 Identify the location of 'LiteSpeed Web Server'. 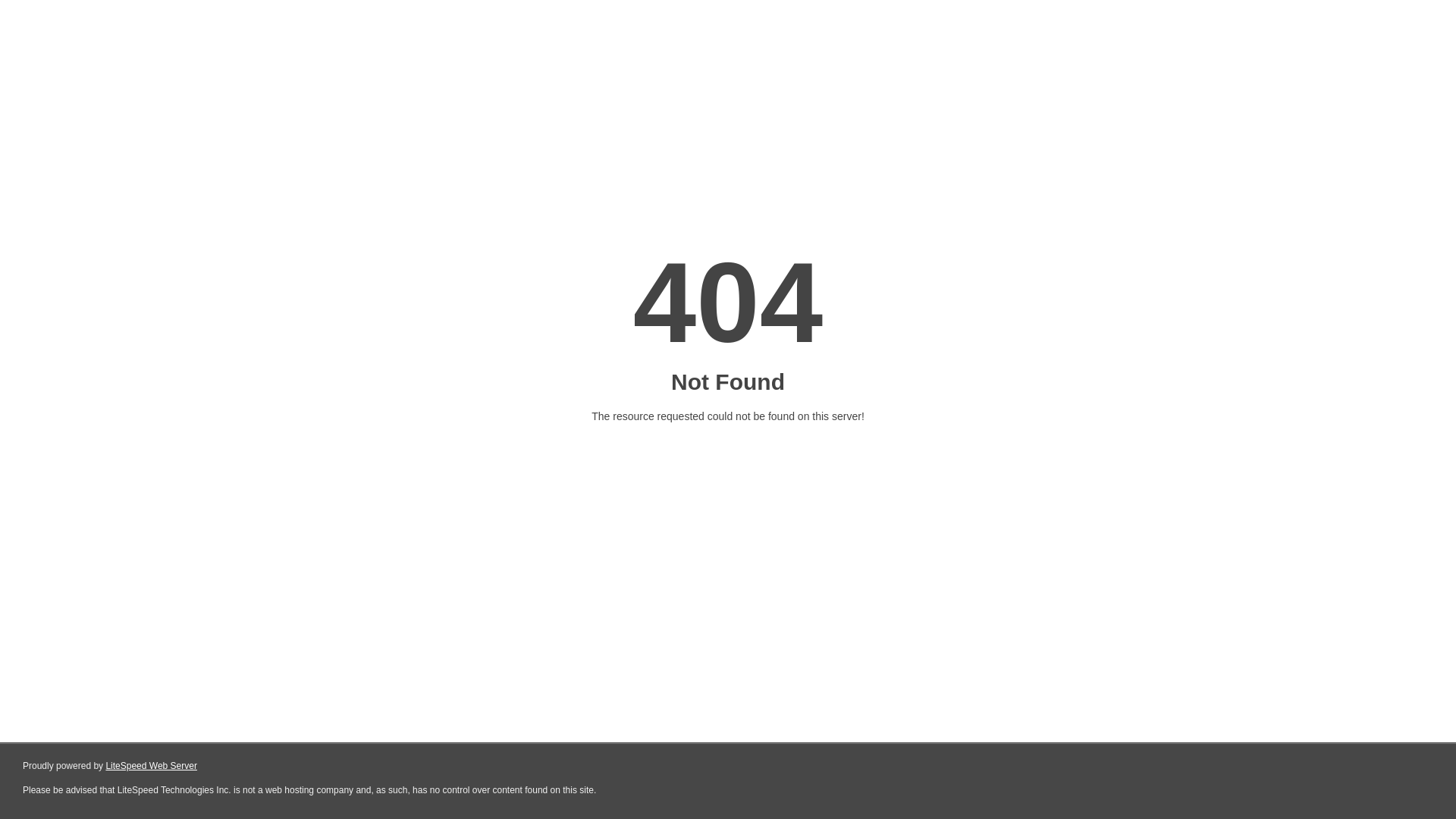
(151, 766).